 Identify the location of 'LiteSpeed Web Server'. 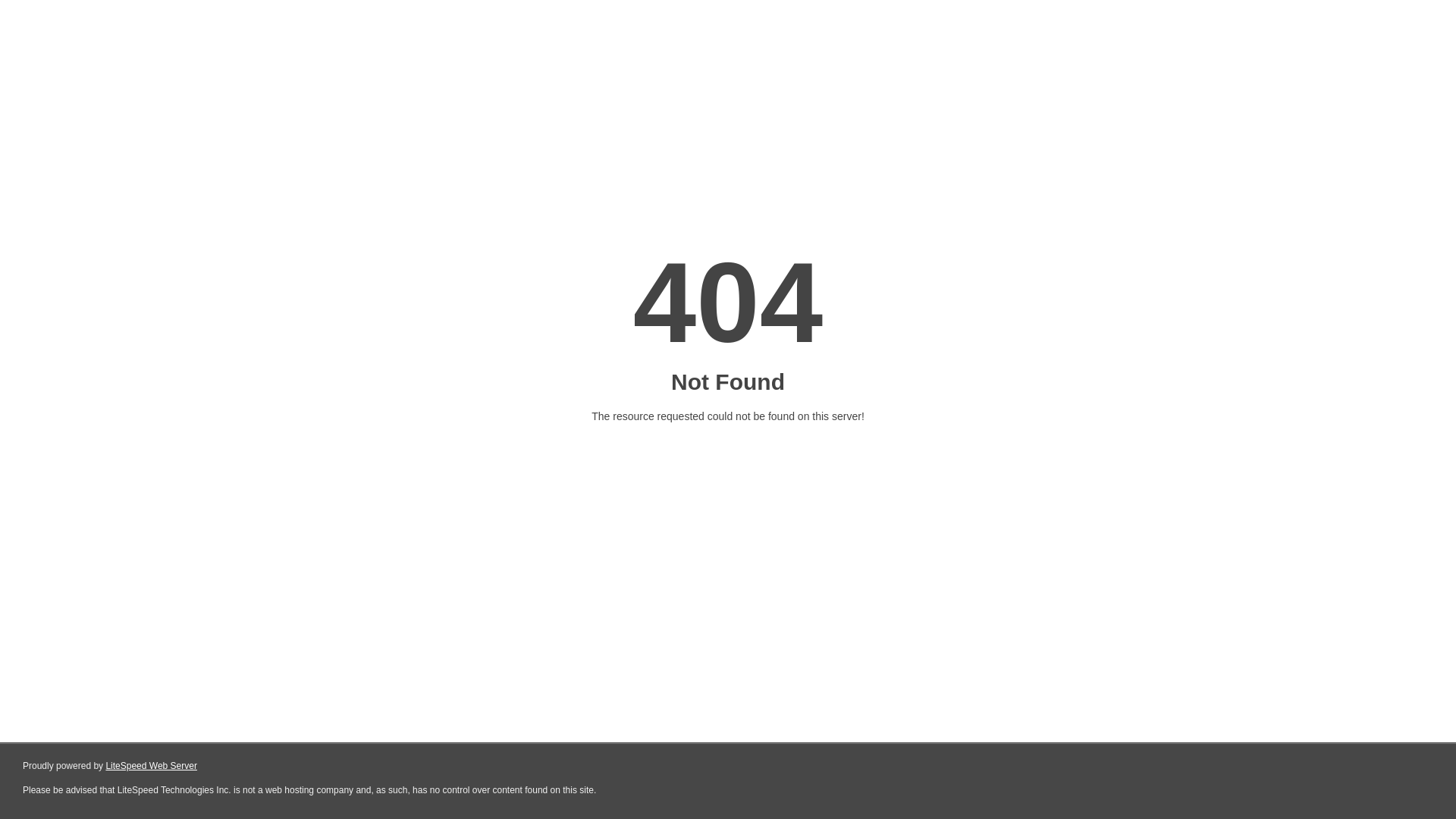
(151, 766).